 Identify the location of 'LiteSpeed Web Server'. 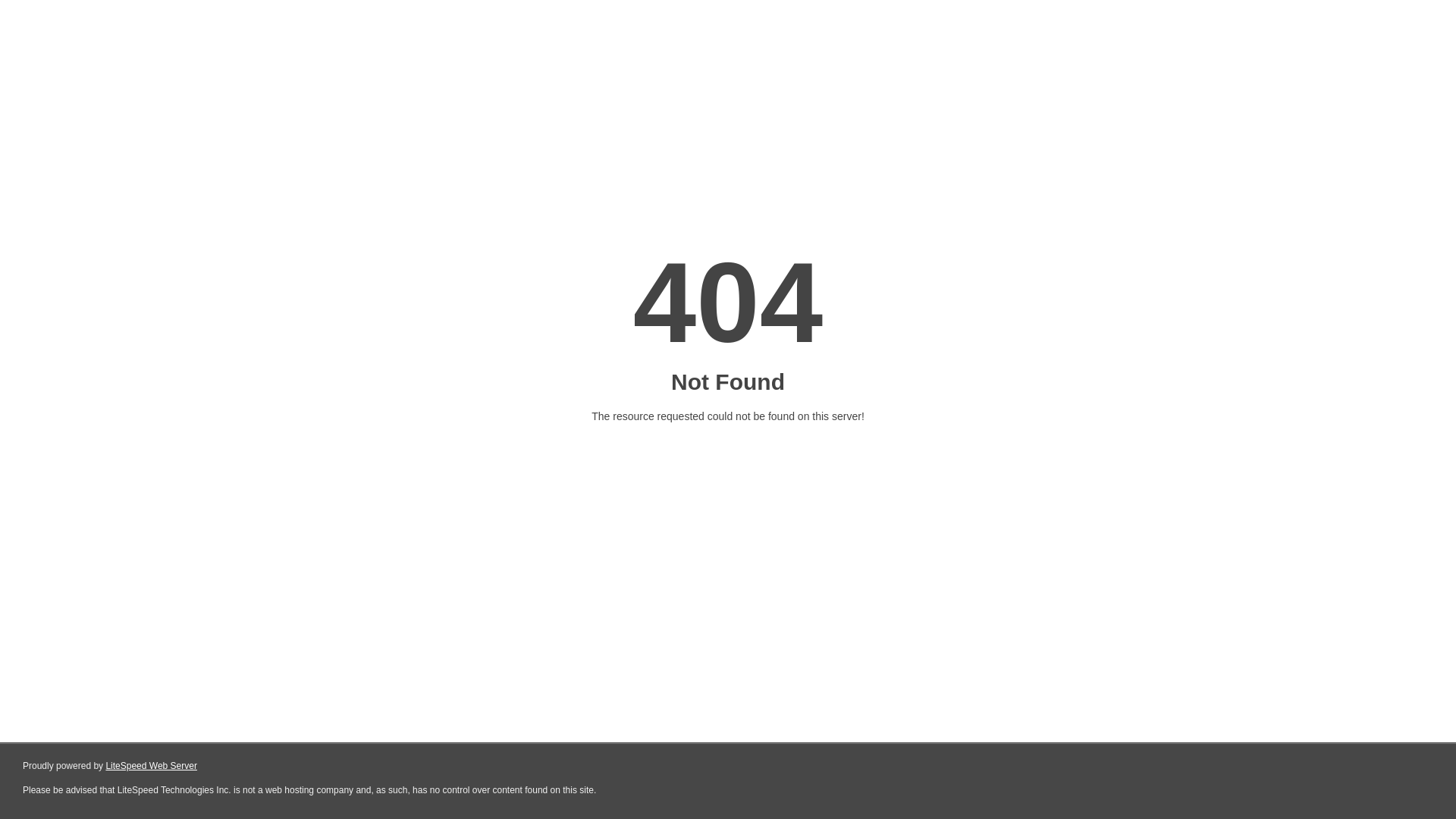
(151, 766).